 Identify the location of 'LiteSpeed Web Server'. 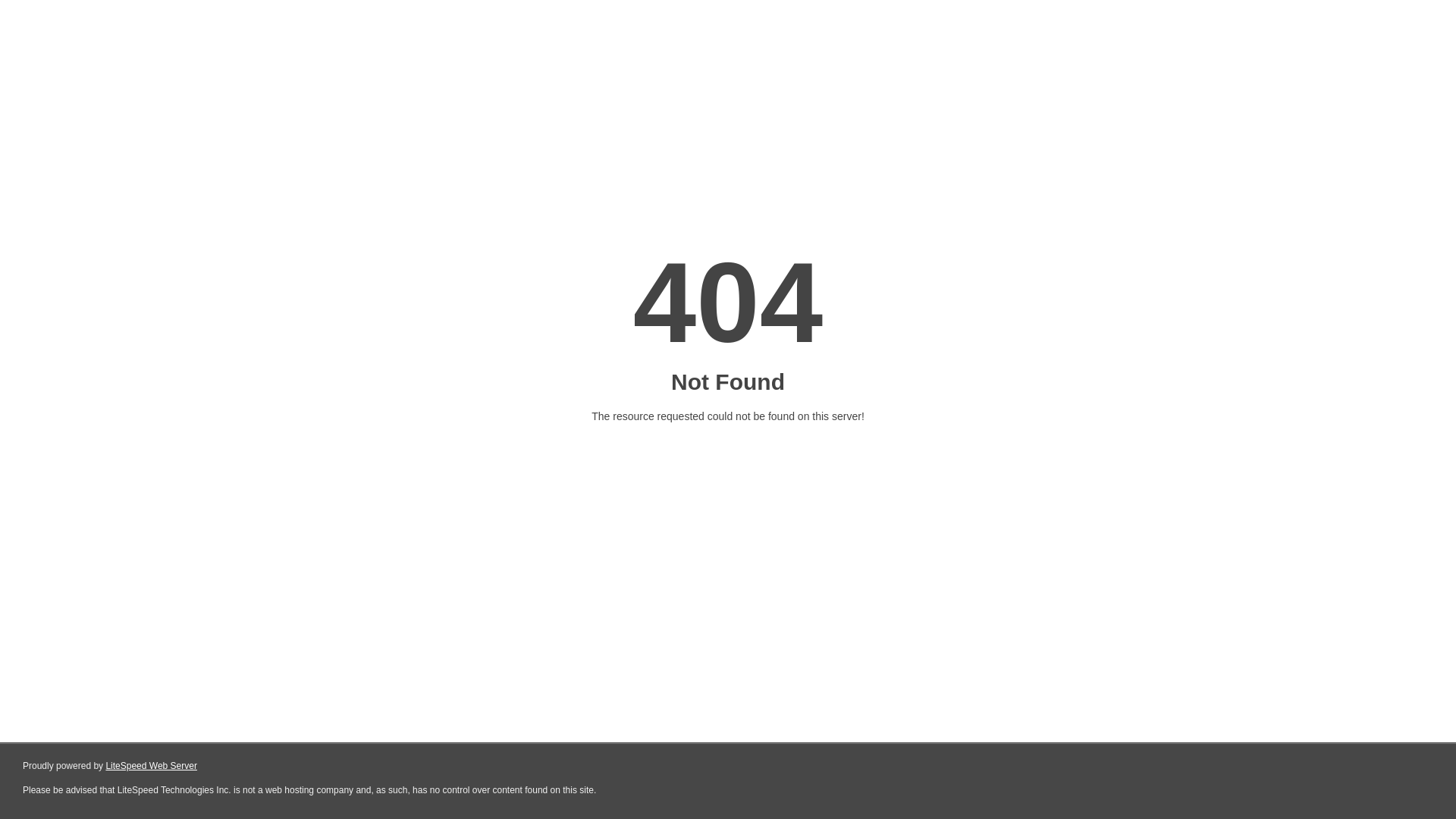
(151, 766).